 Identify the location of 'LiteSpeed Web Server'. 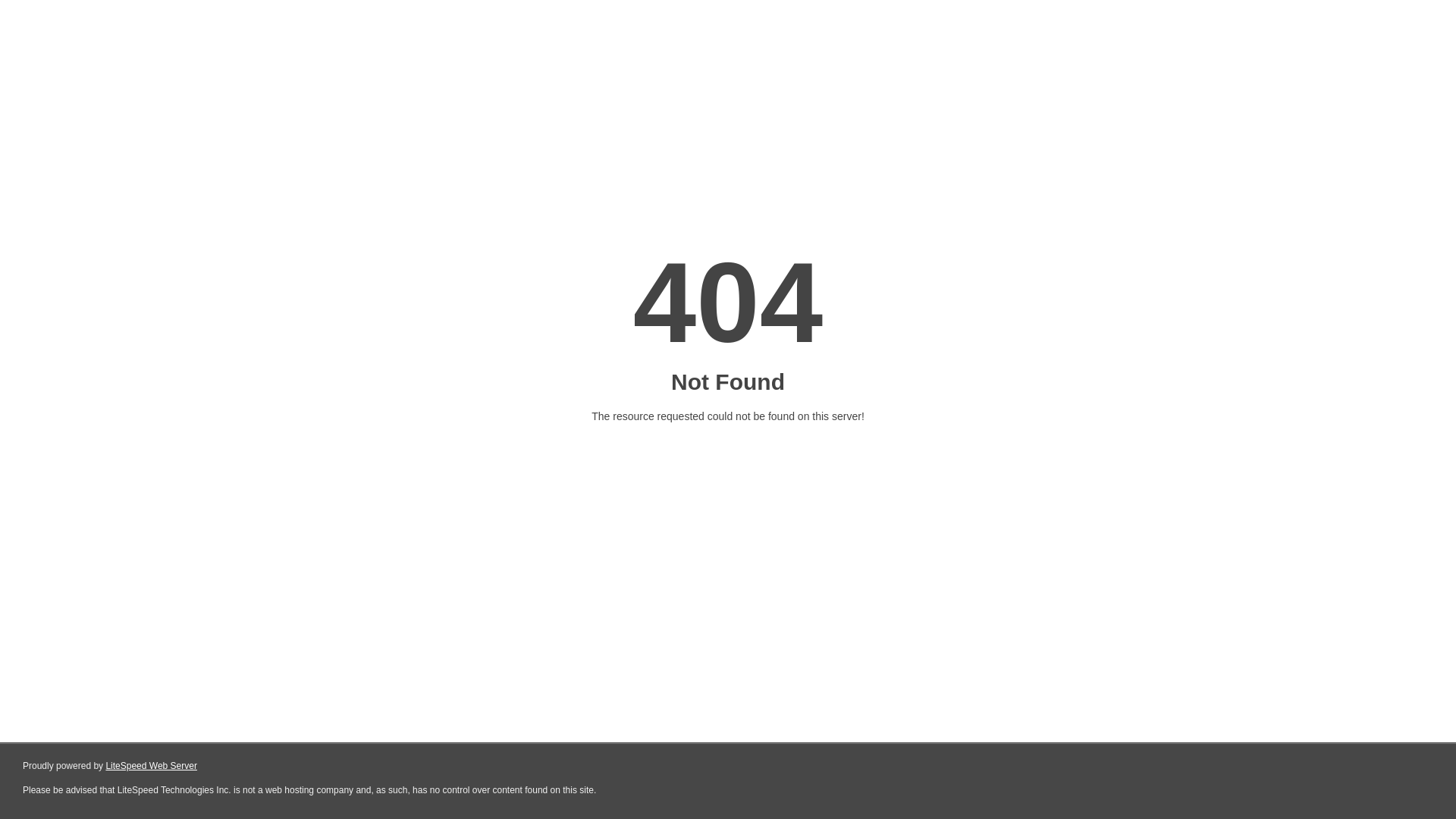
(151, 766).